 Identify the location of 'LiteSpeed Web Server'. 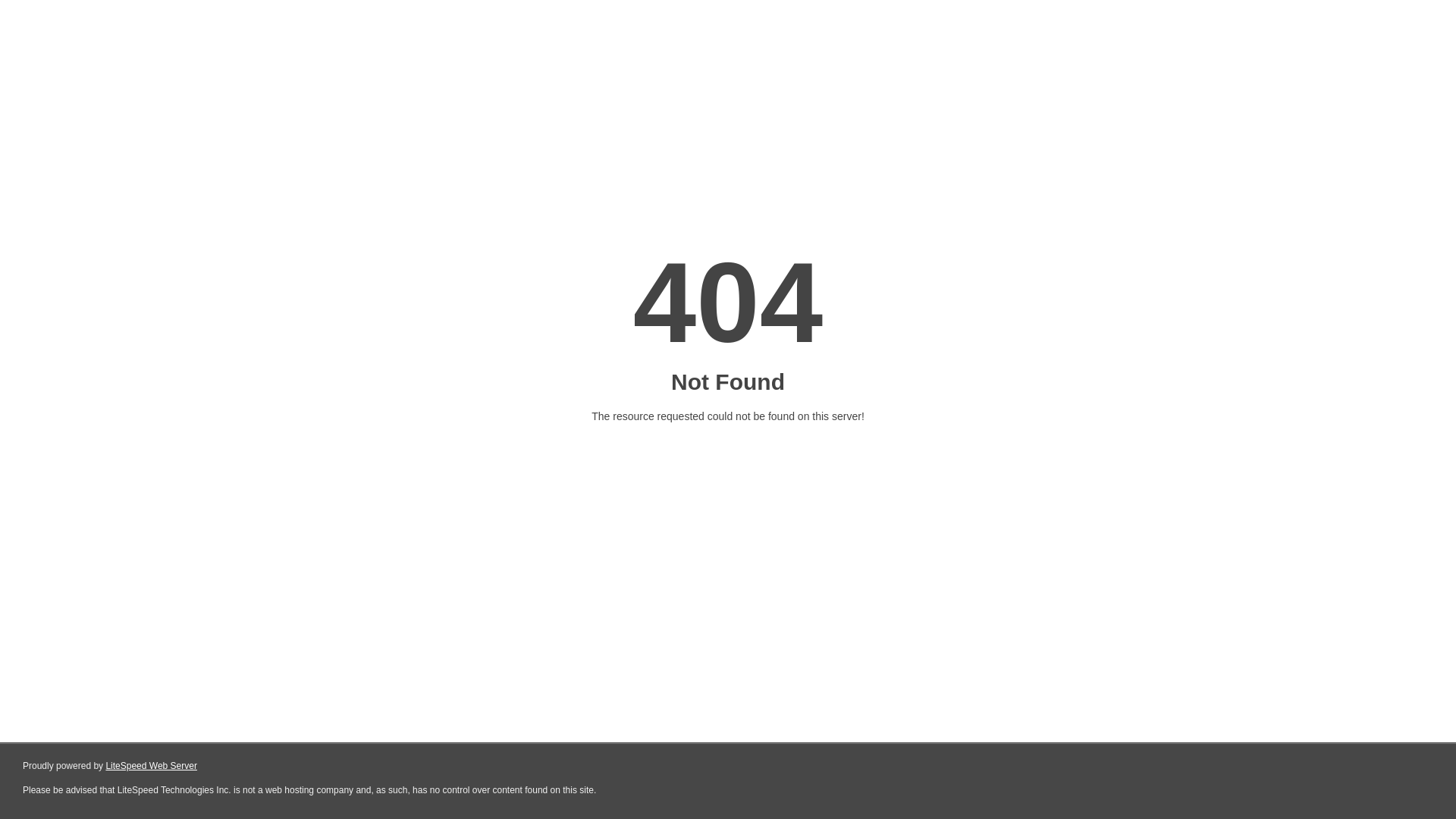
(151, 766).